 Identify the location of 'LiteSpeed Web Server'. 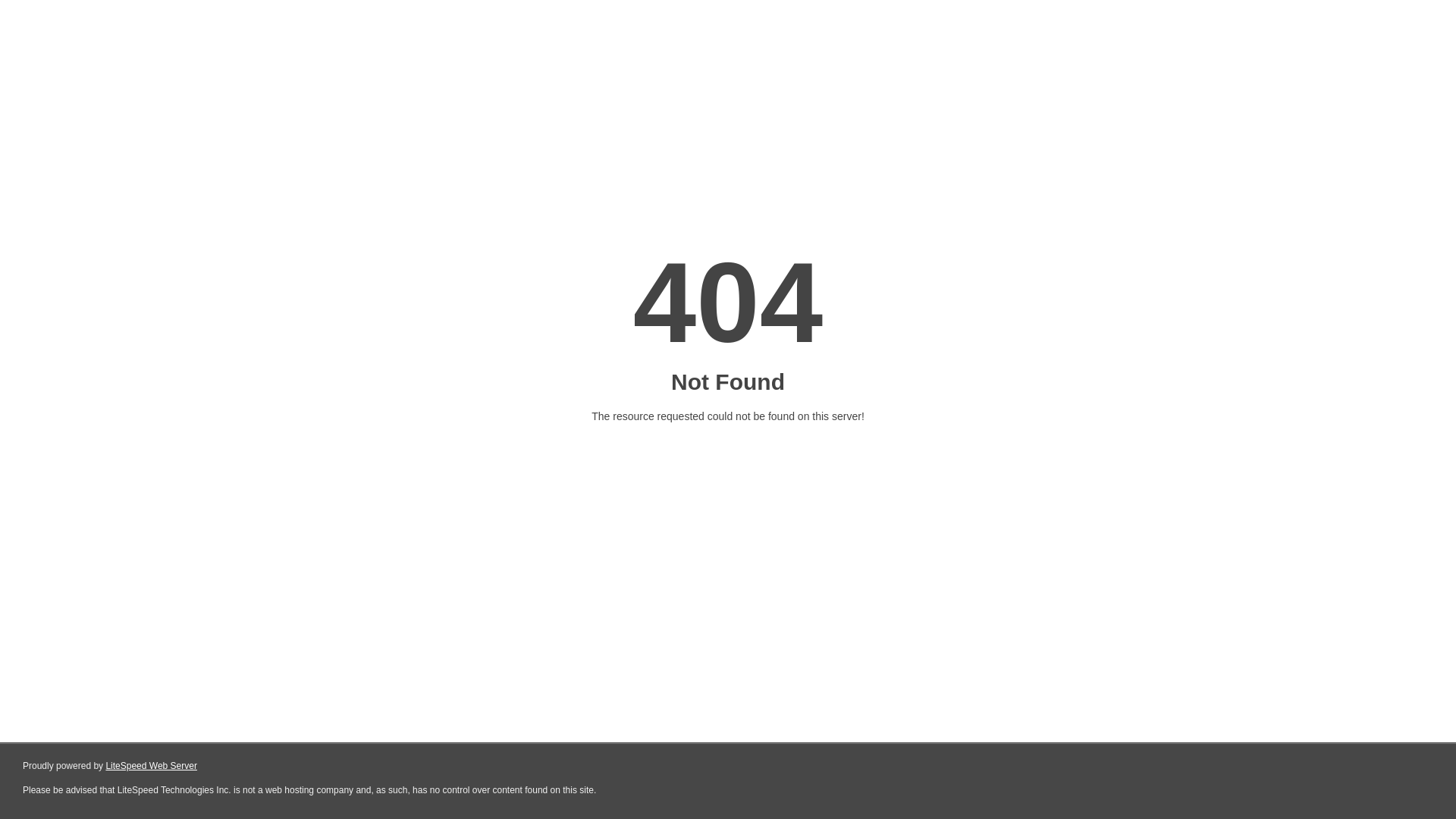
(151, 766).